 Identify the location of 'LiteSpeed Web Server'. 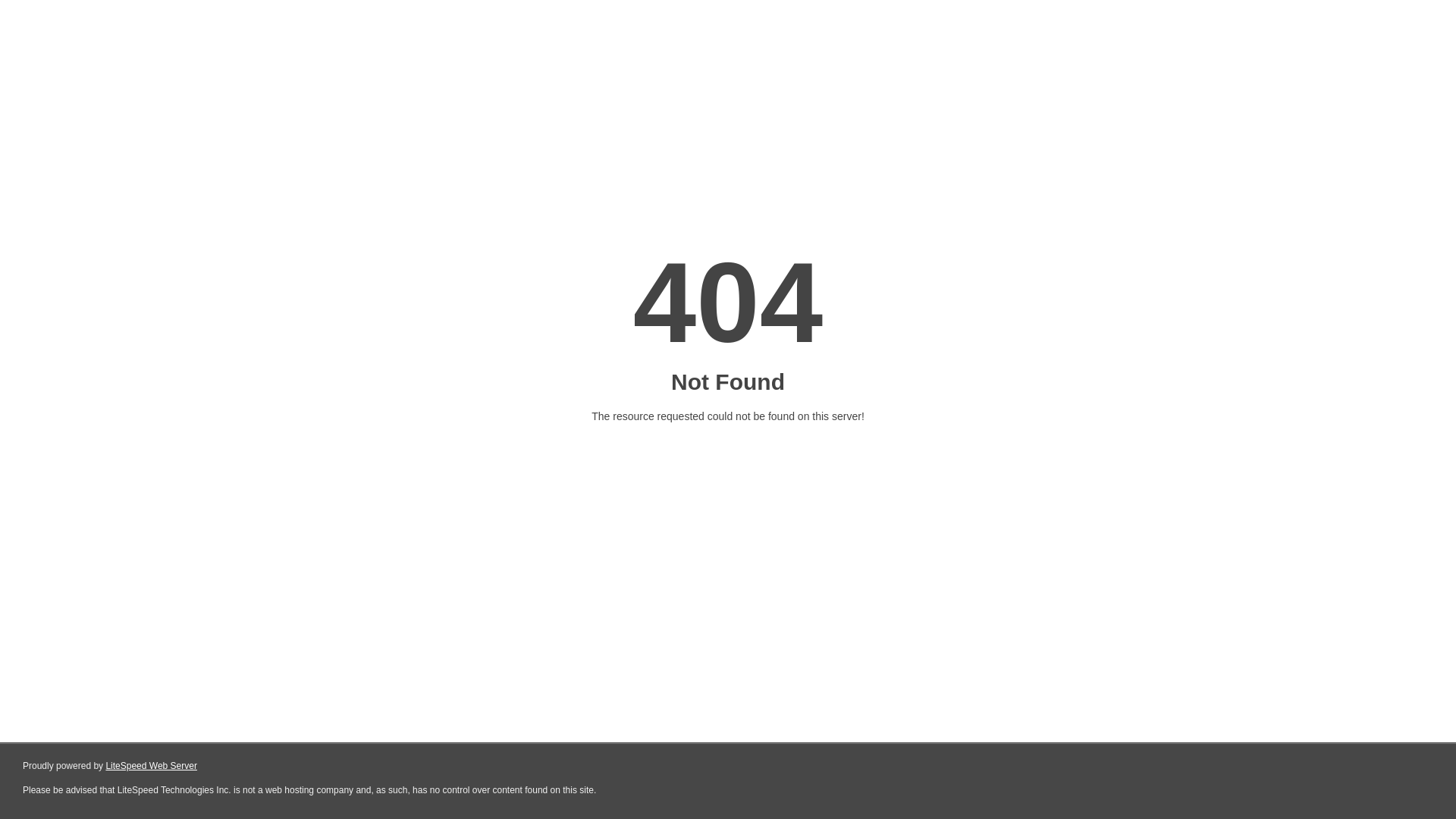
(151, 766).